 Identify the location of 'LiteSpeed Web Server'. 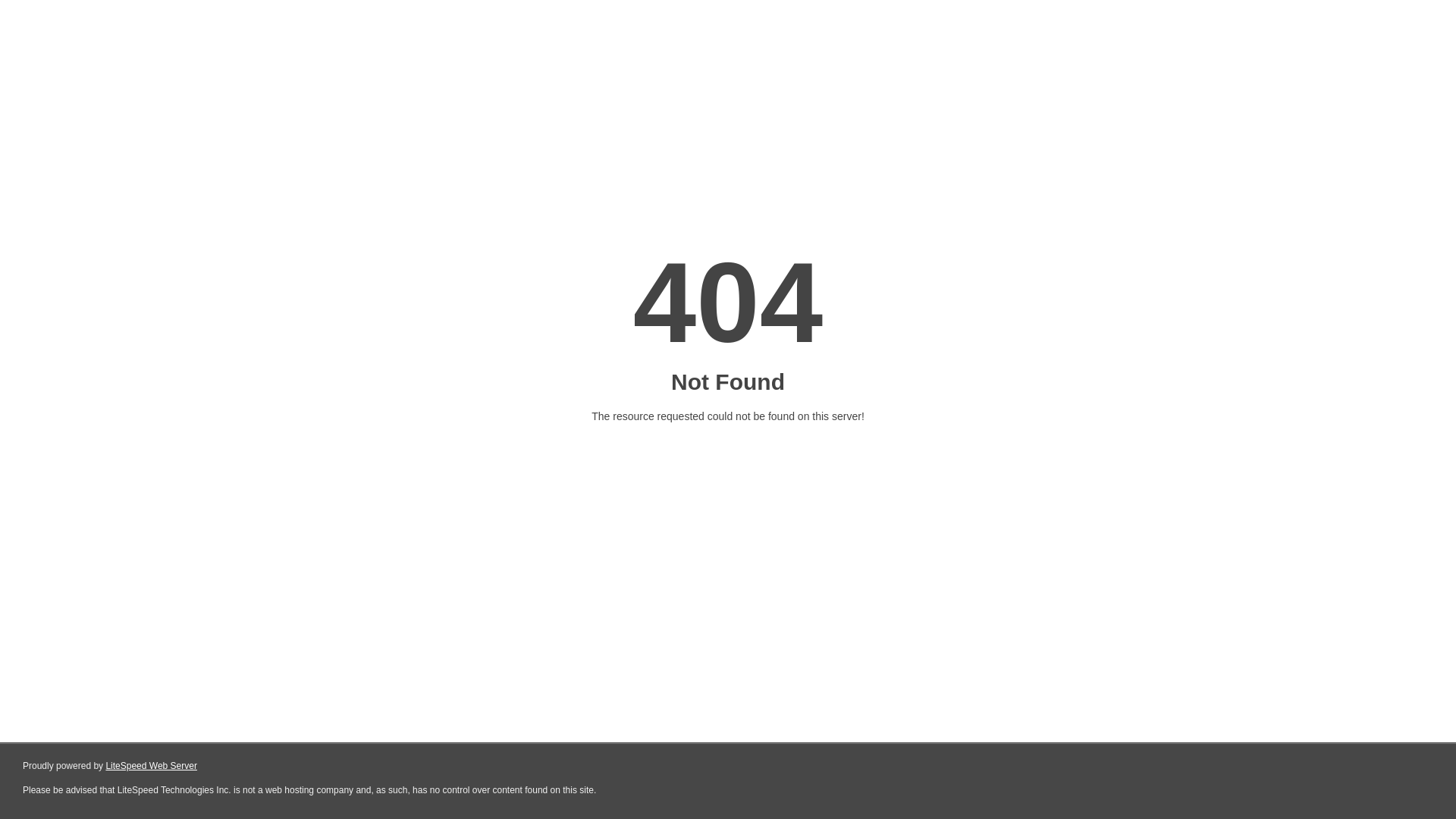
(151, 766).